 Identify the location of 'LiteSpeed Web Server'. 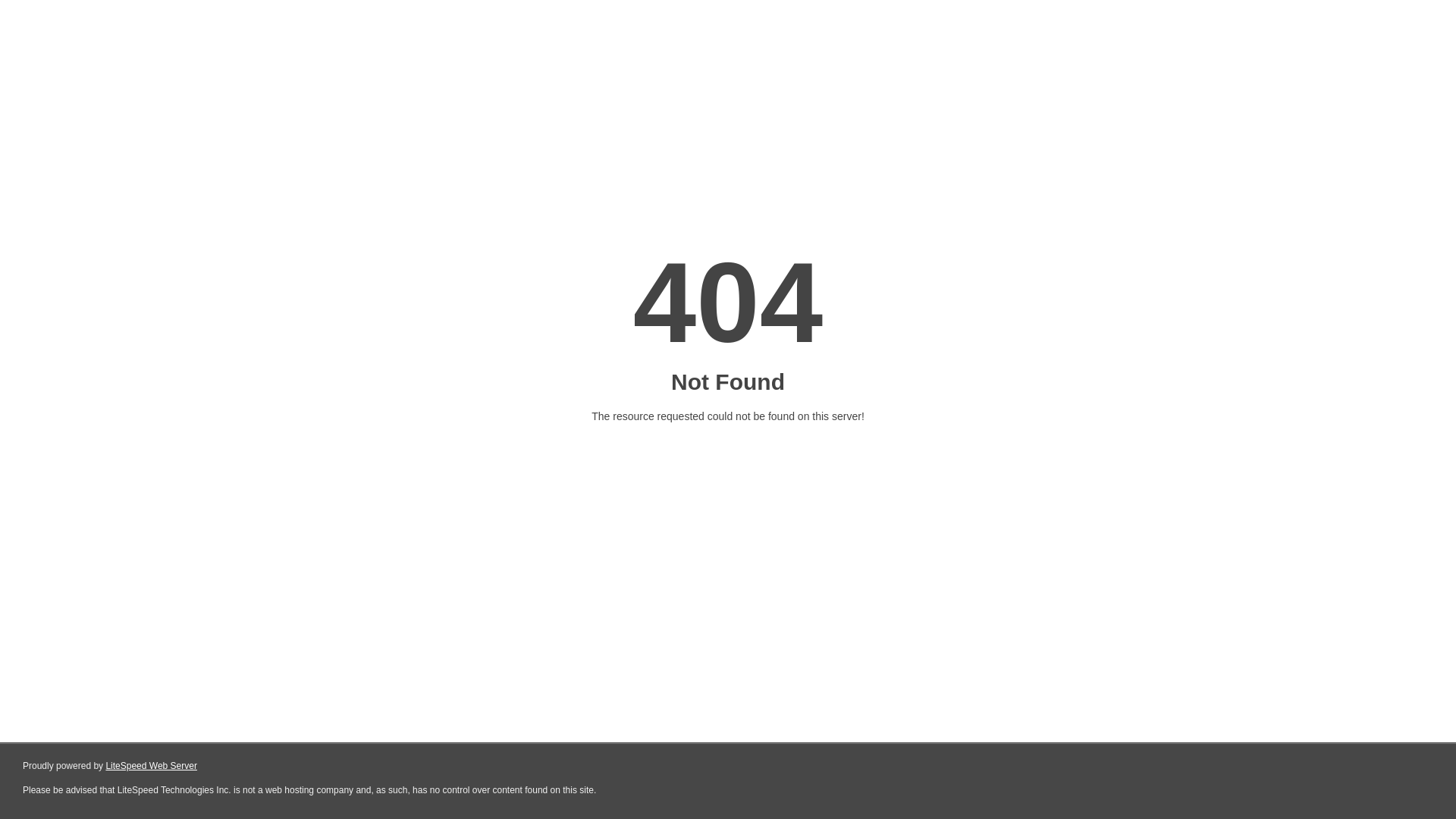
(151, 766).